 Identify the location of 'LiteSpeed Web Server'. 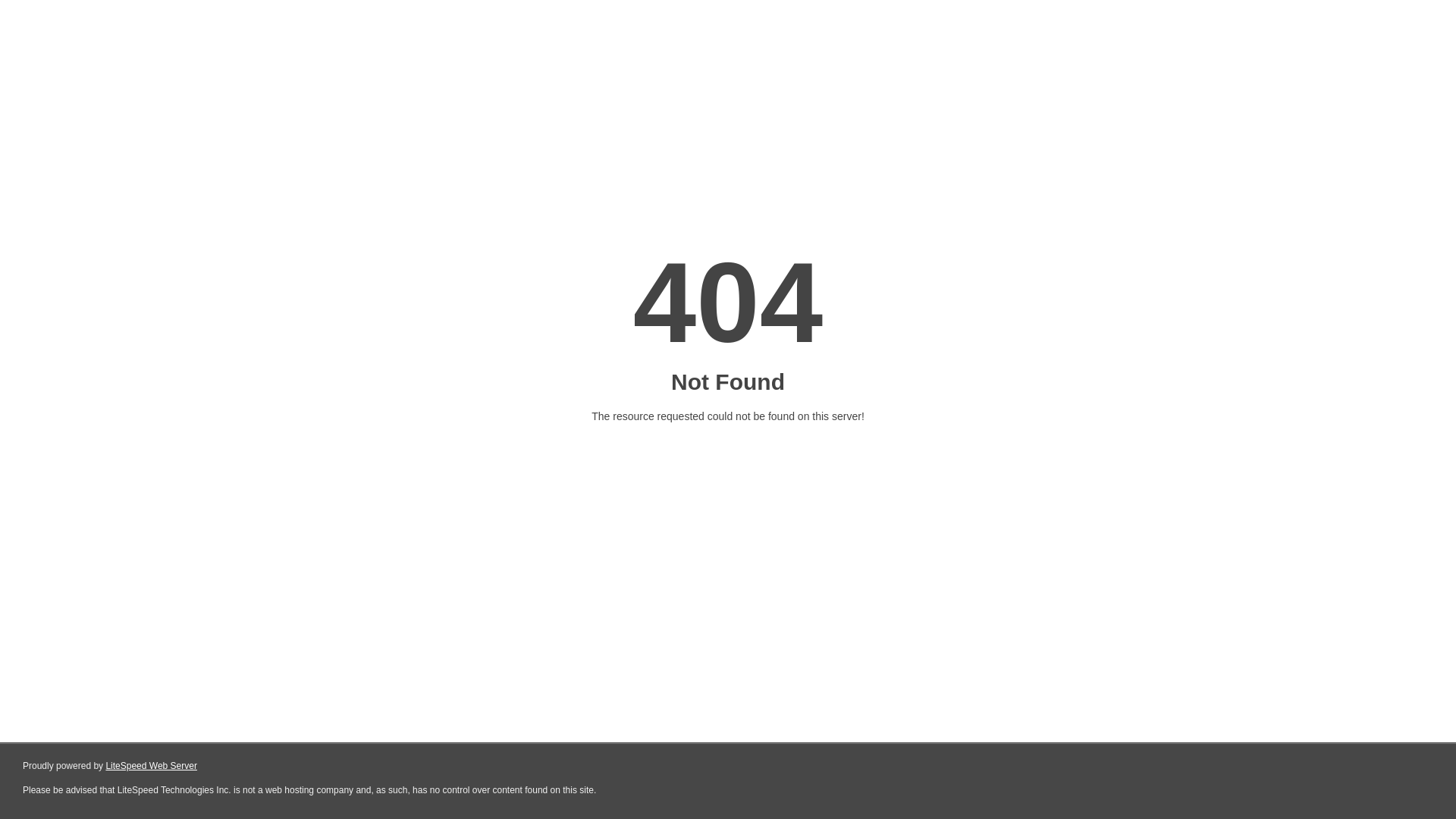
(151, 766).